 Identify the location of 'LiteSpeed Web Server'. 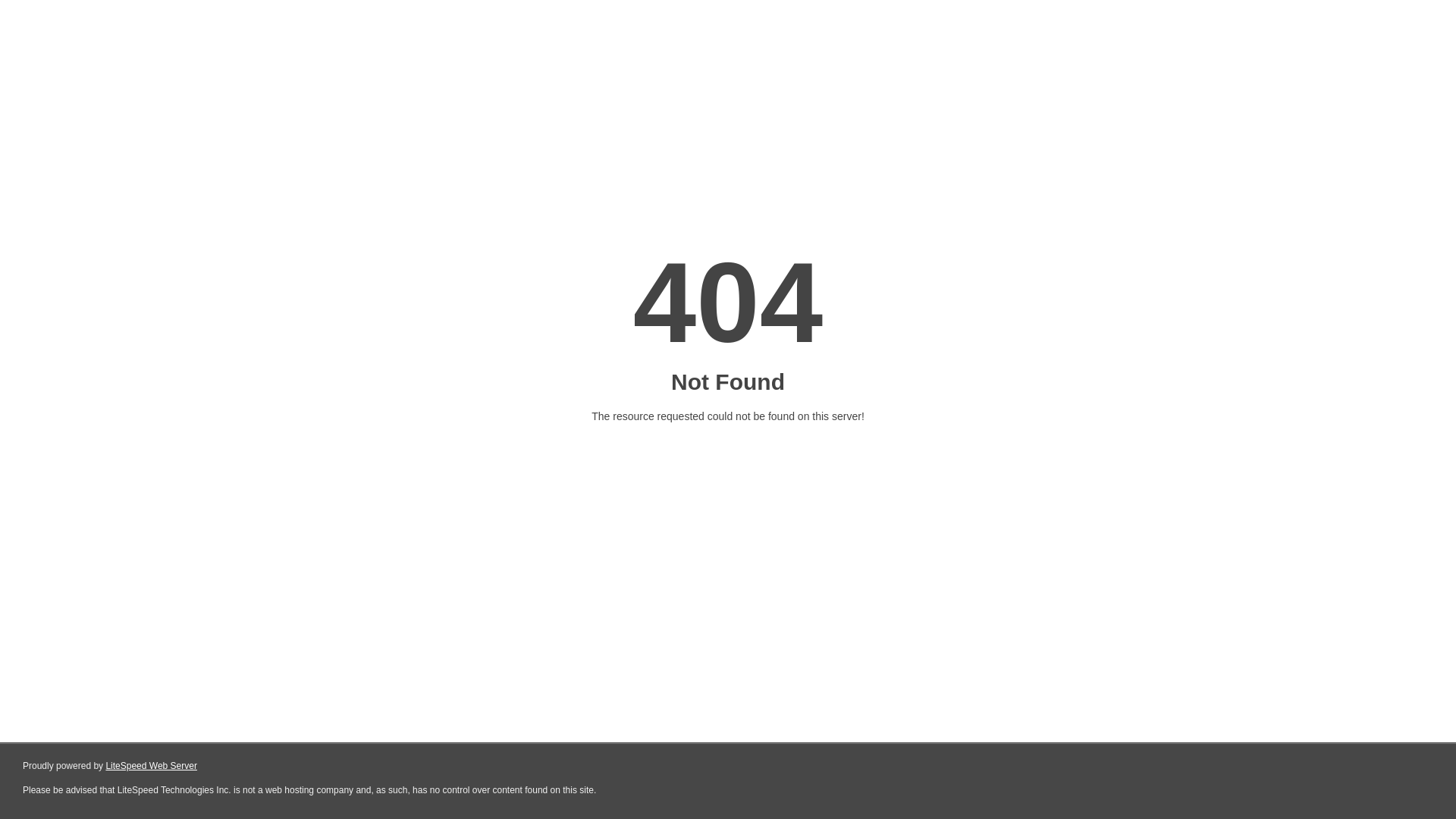
(151, 766).